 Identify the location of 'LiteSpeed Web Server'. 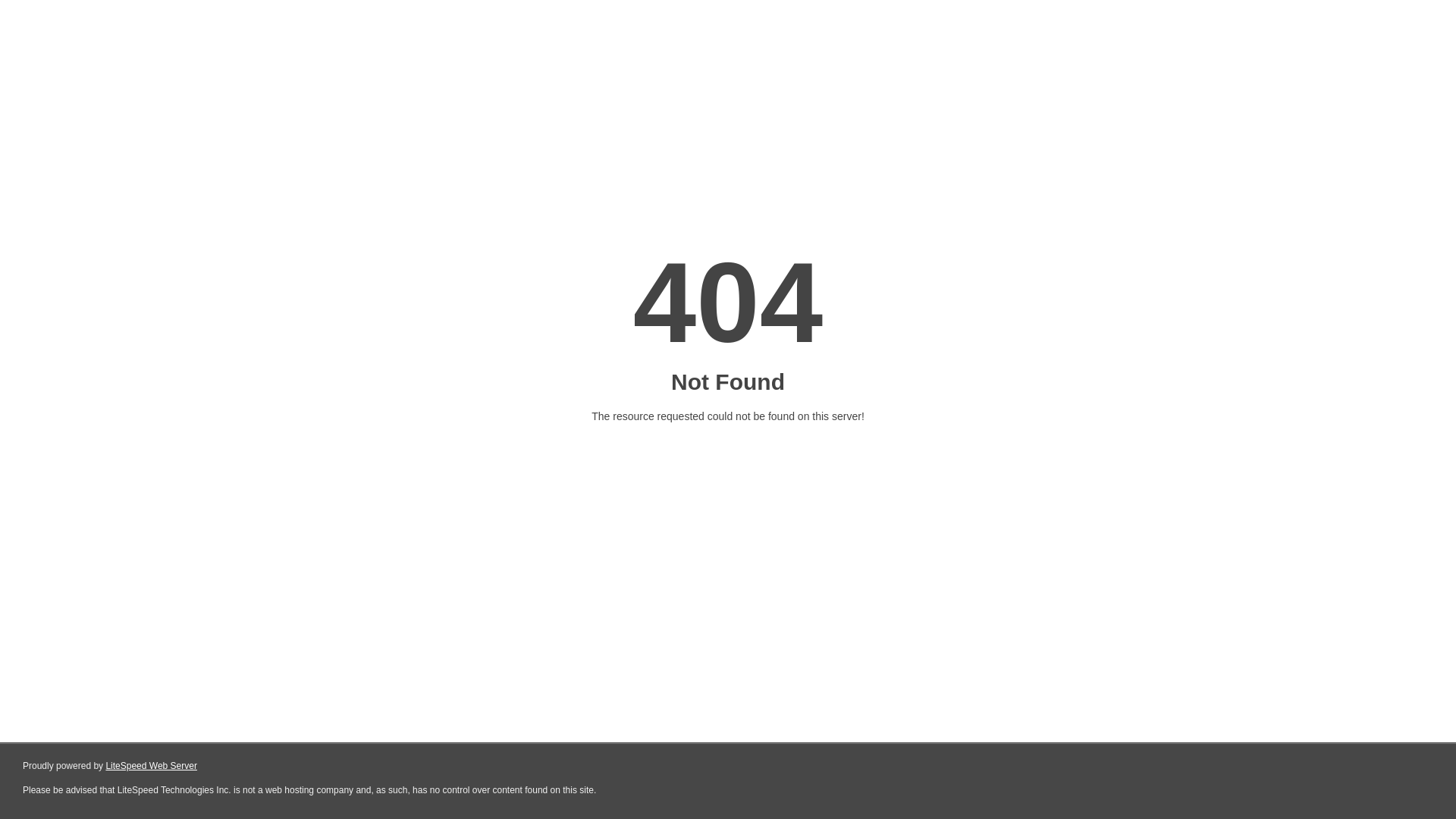
(151, 766).